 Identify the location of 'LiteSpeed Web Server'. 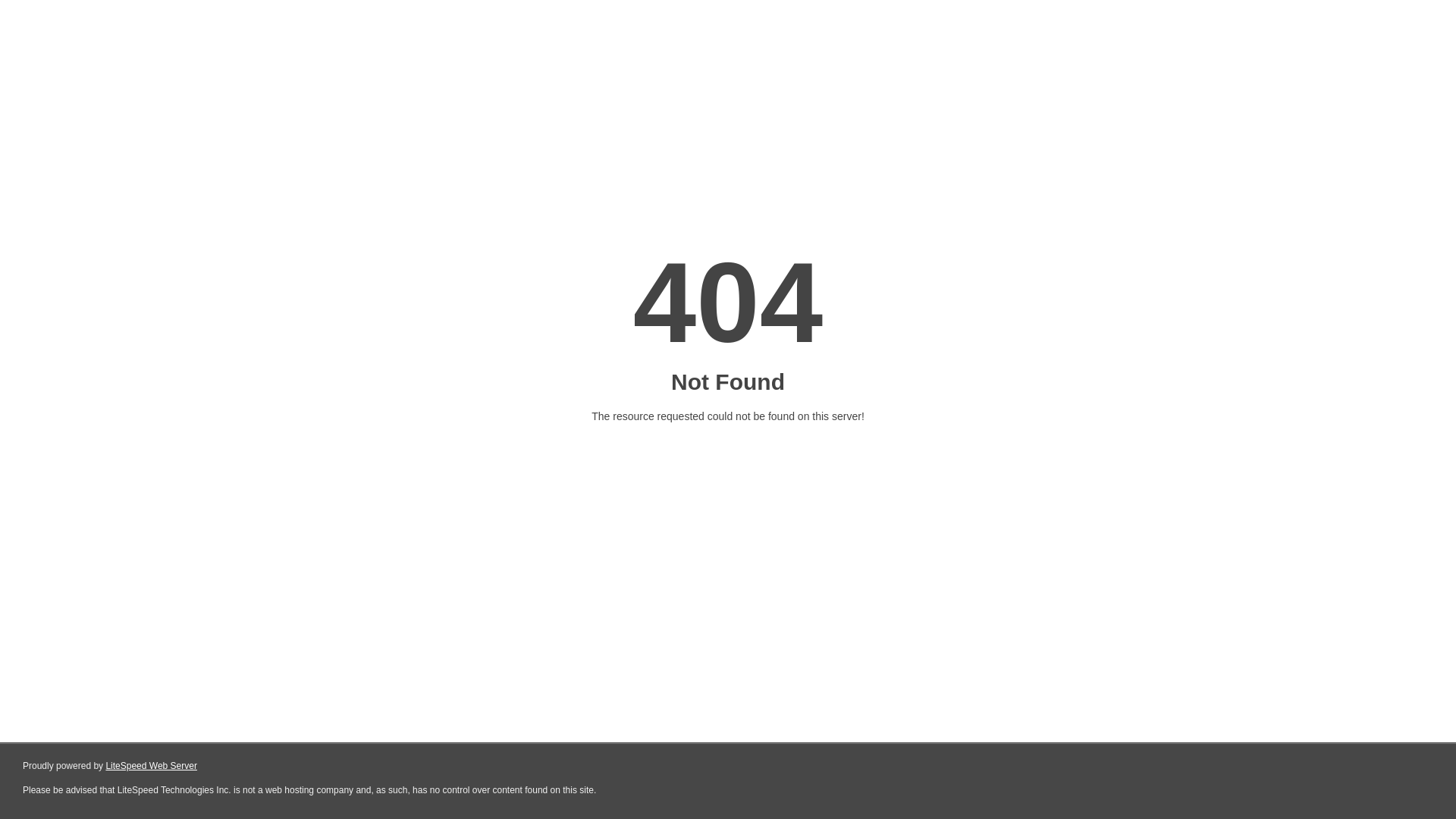
(151, 766).